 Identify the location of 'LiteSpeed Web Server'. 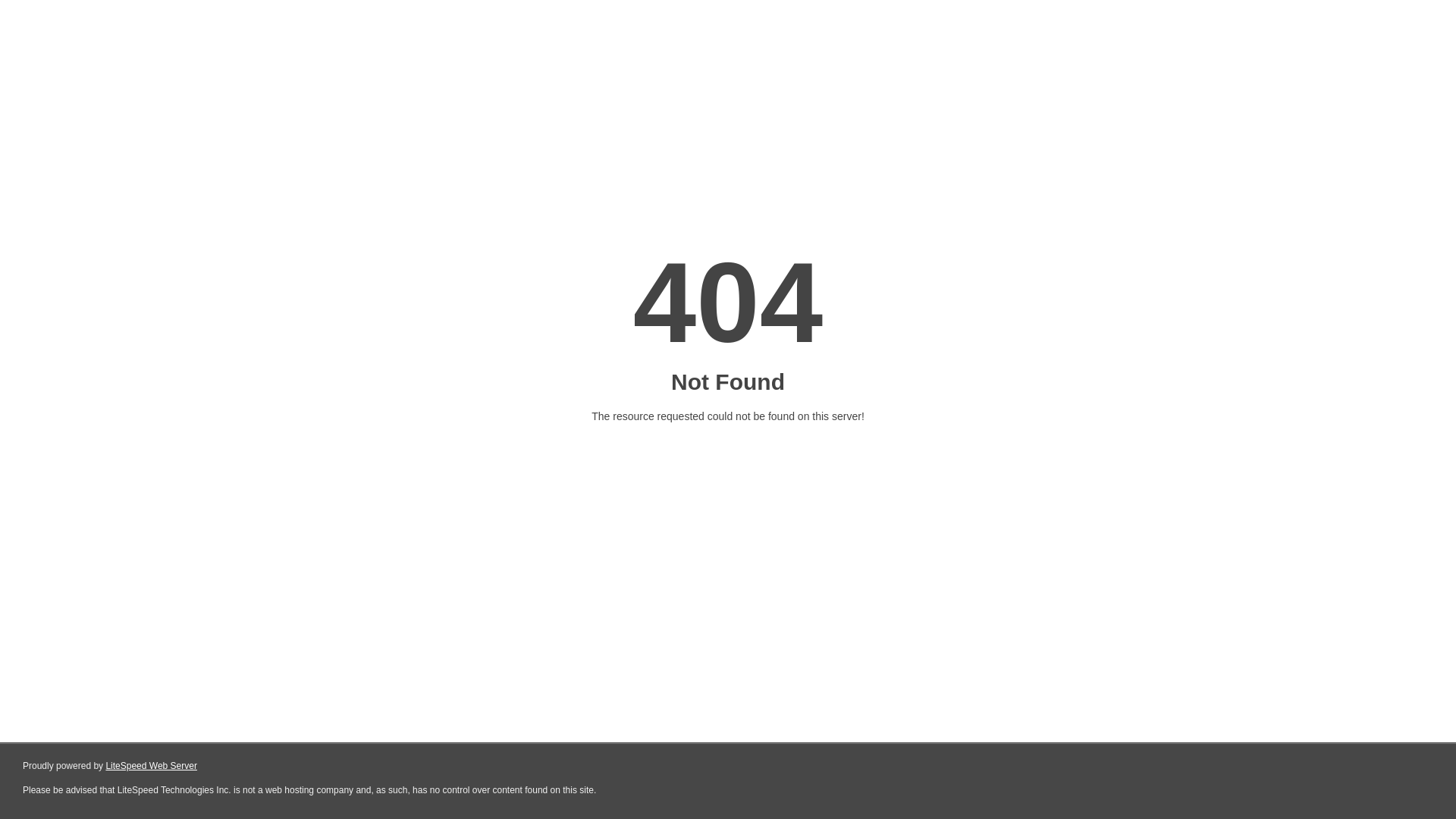
(151, 766).